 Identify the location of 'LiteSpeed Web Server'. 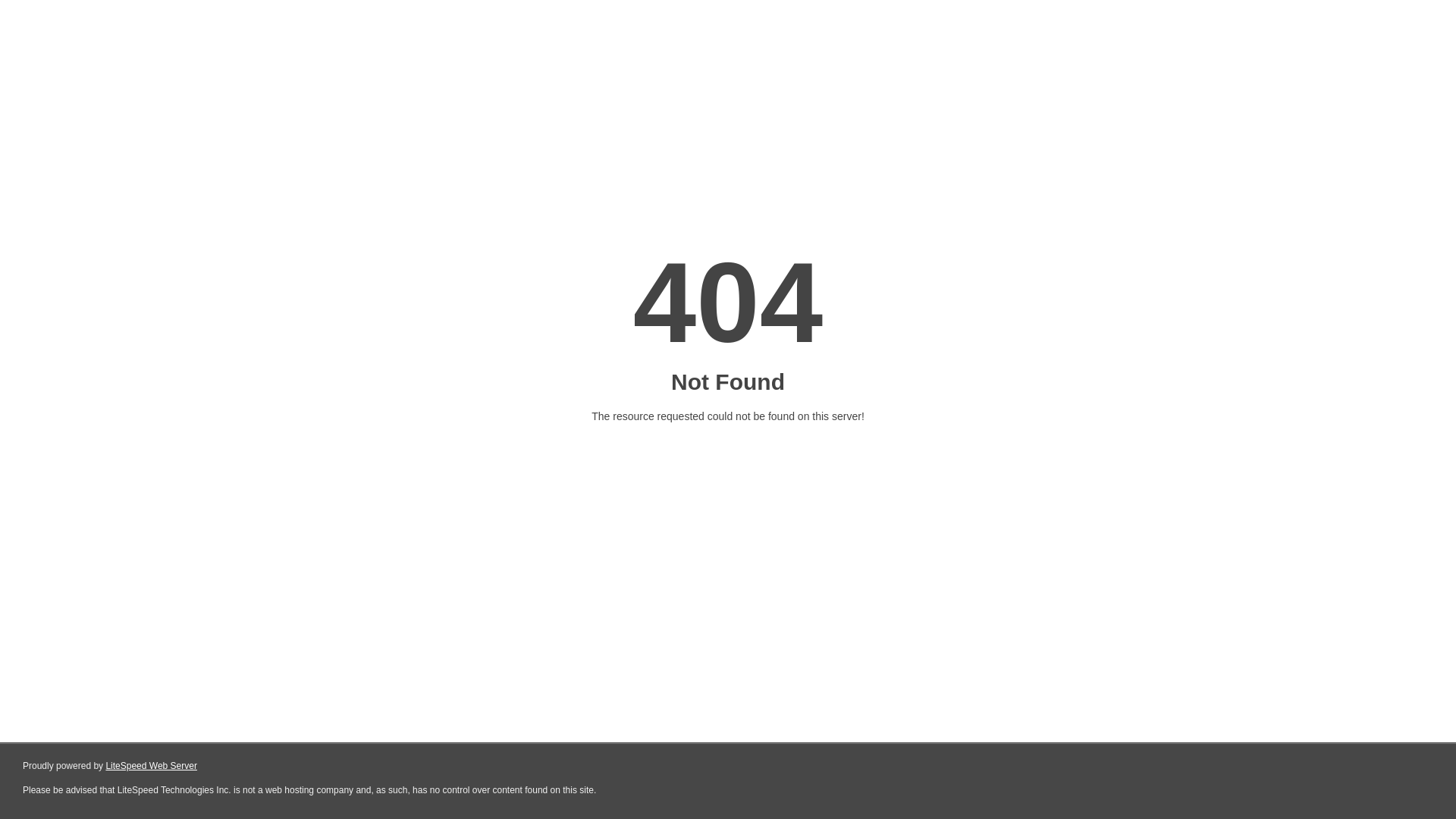
(151, 766).